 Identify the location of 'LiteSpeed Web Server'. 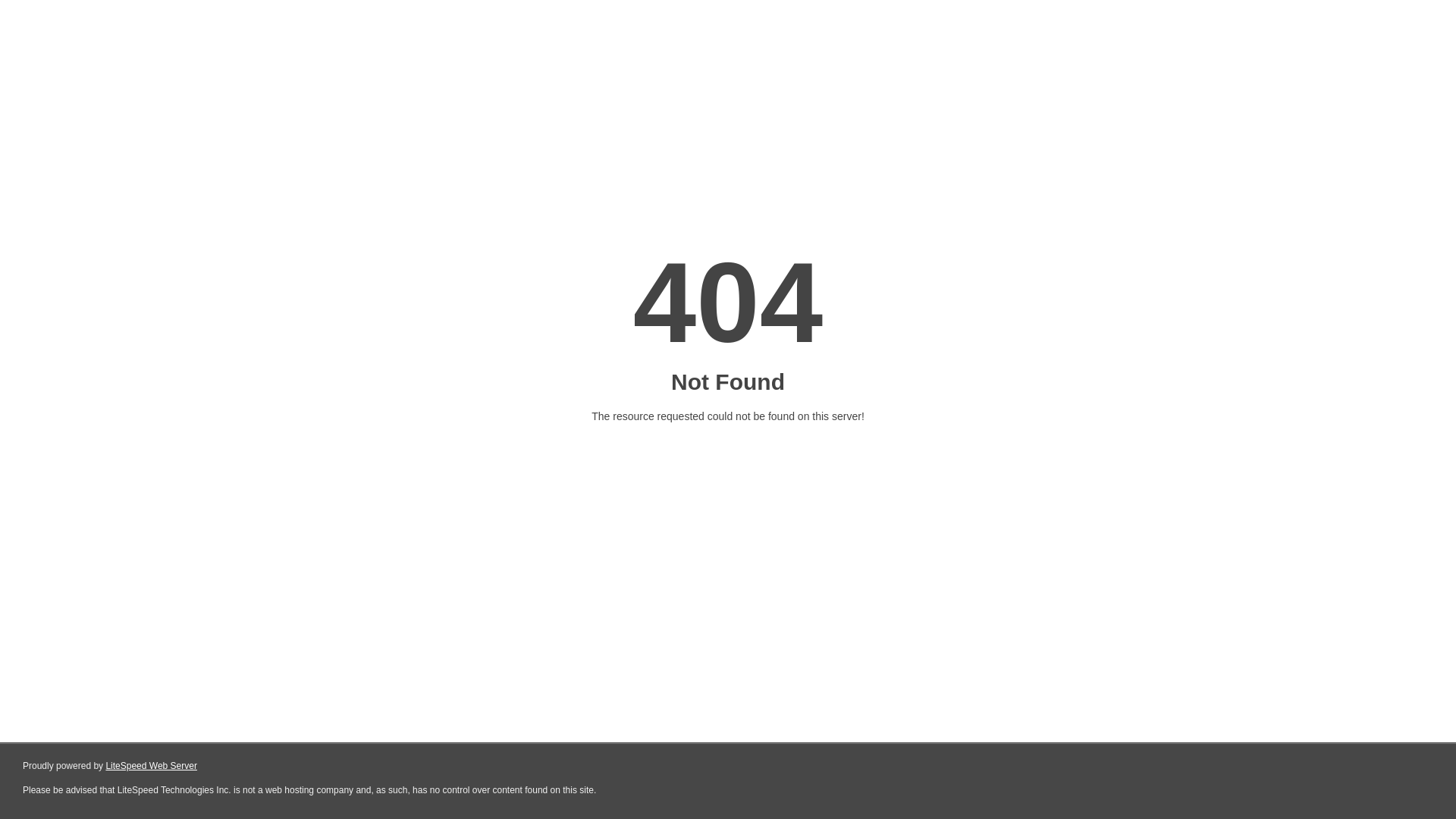
(151, 766).